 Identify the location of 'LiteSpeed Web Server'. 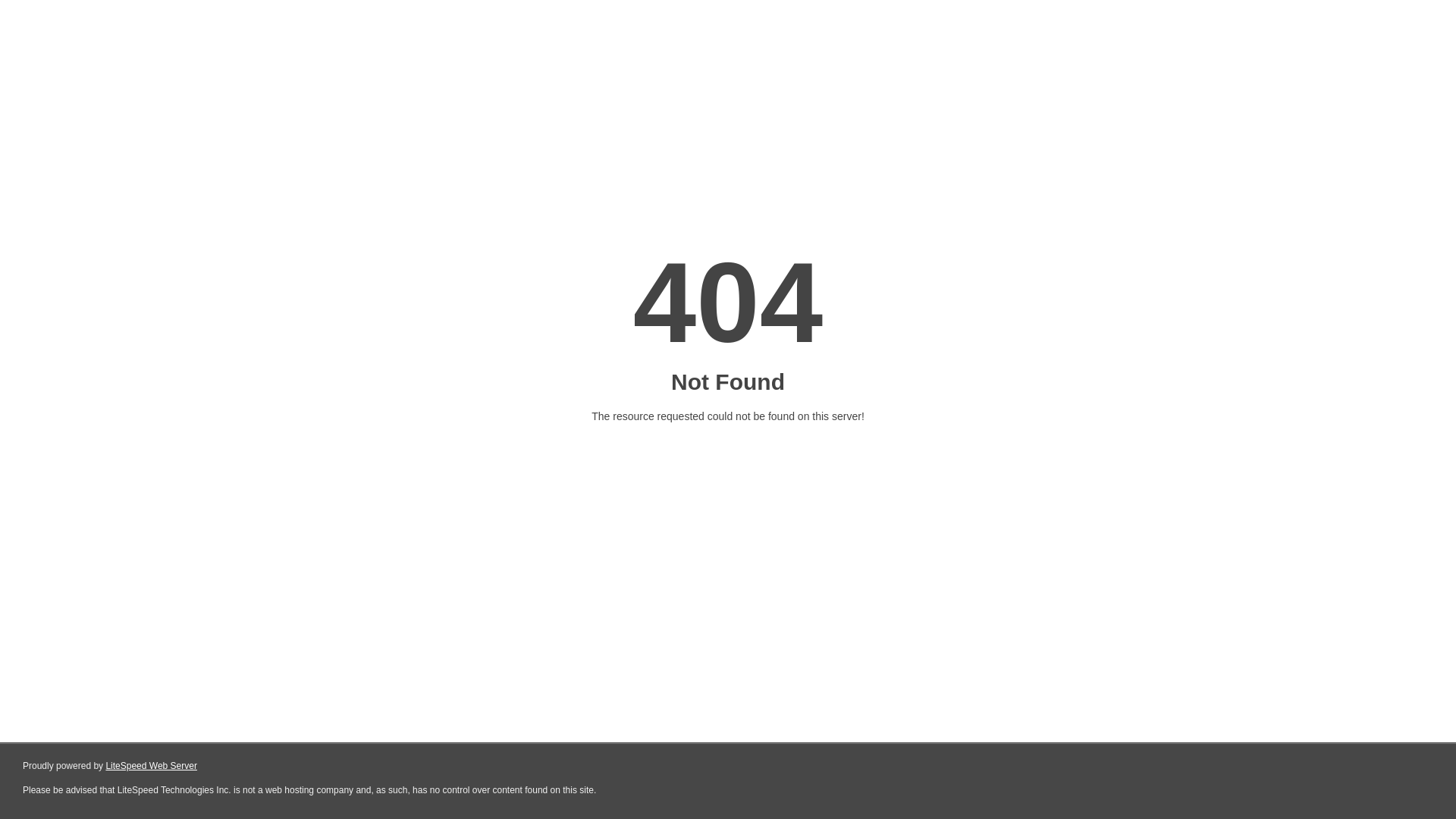
(151, 766).